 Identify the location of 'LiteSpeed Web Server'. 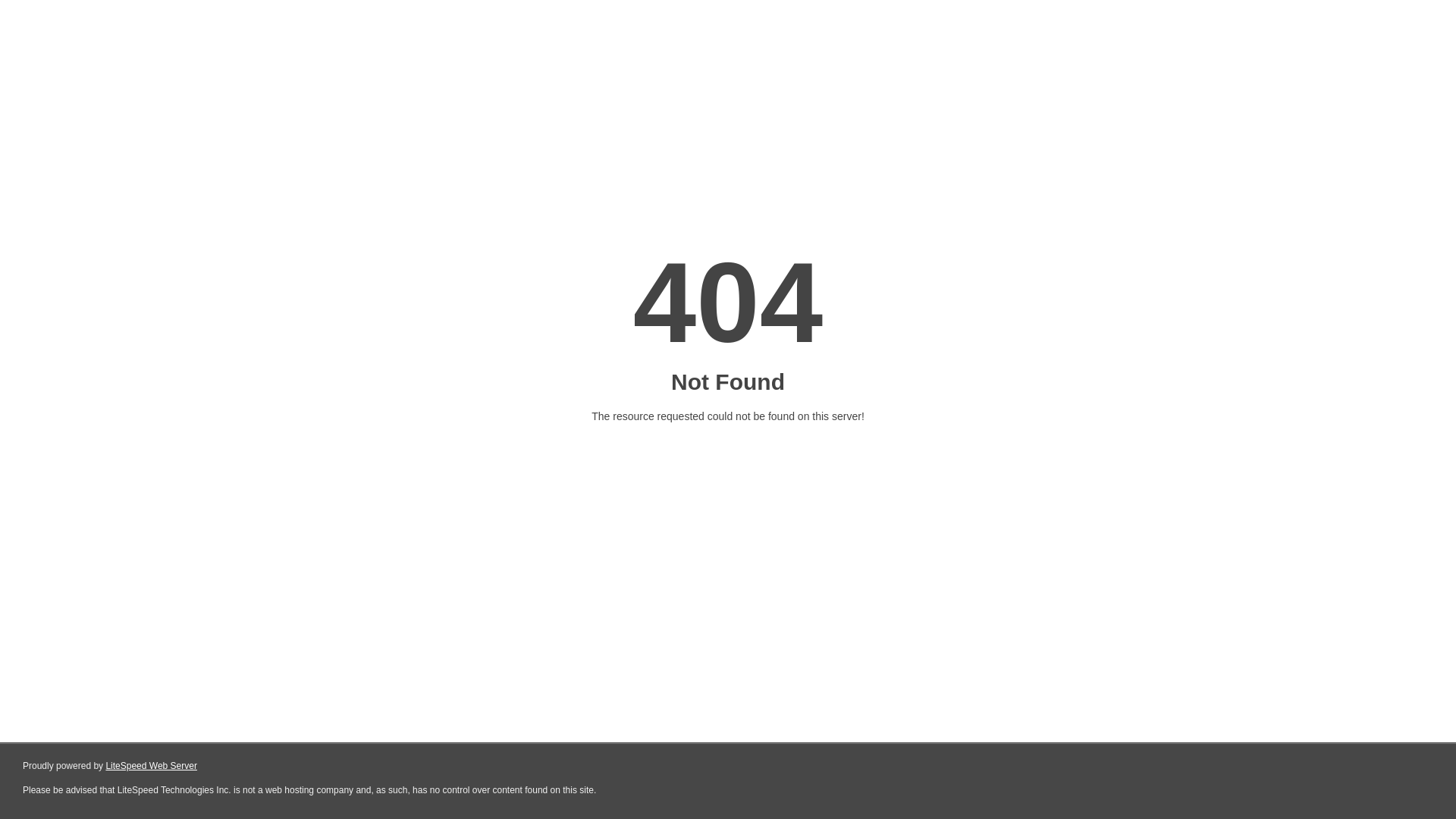
(151, 766).